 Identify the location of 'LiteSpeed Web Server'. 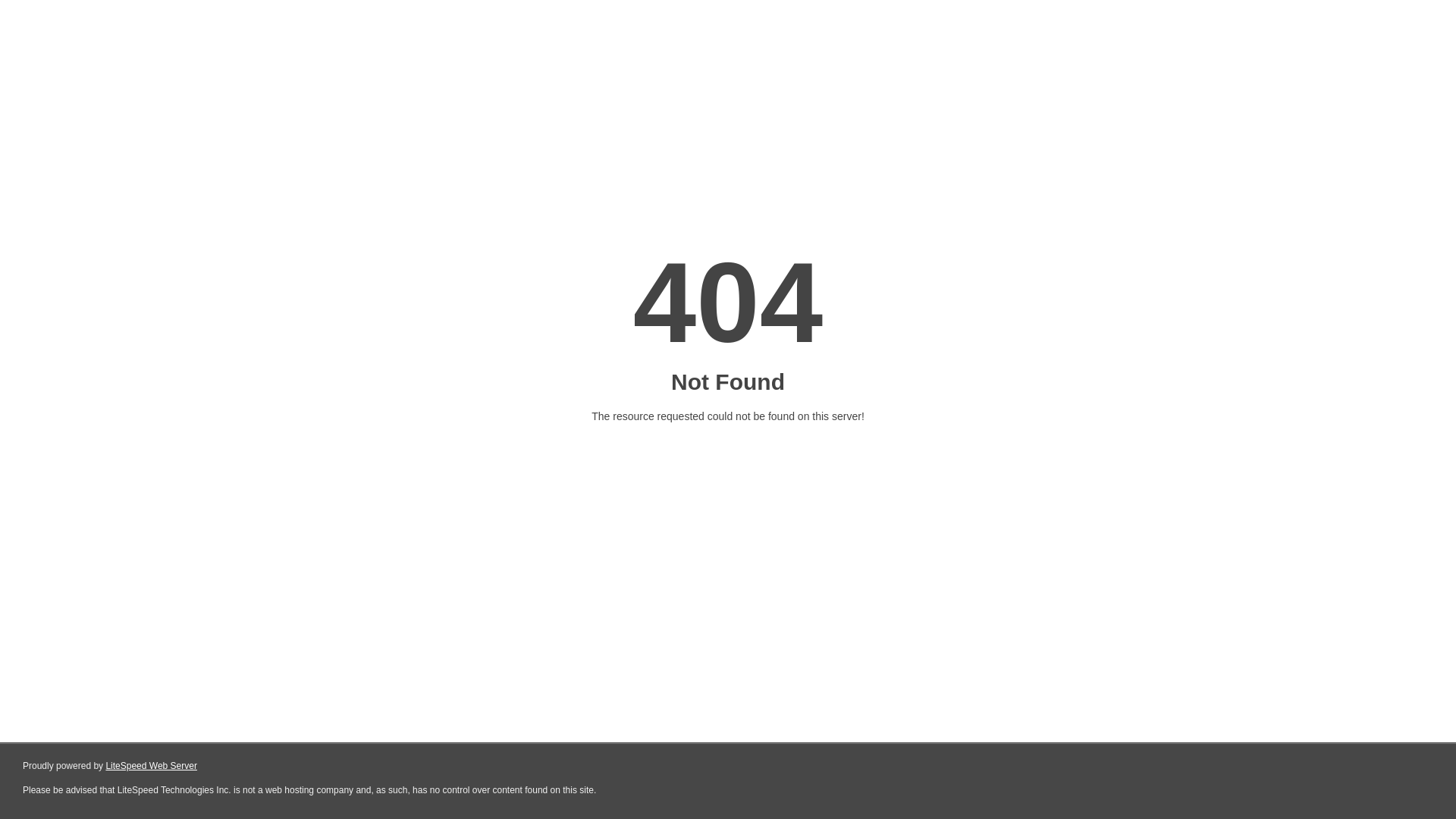
(151, 766).